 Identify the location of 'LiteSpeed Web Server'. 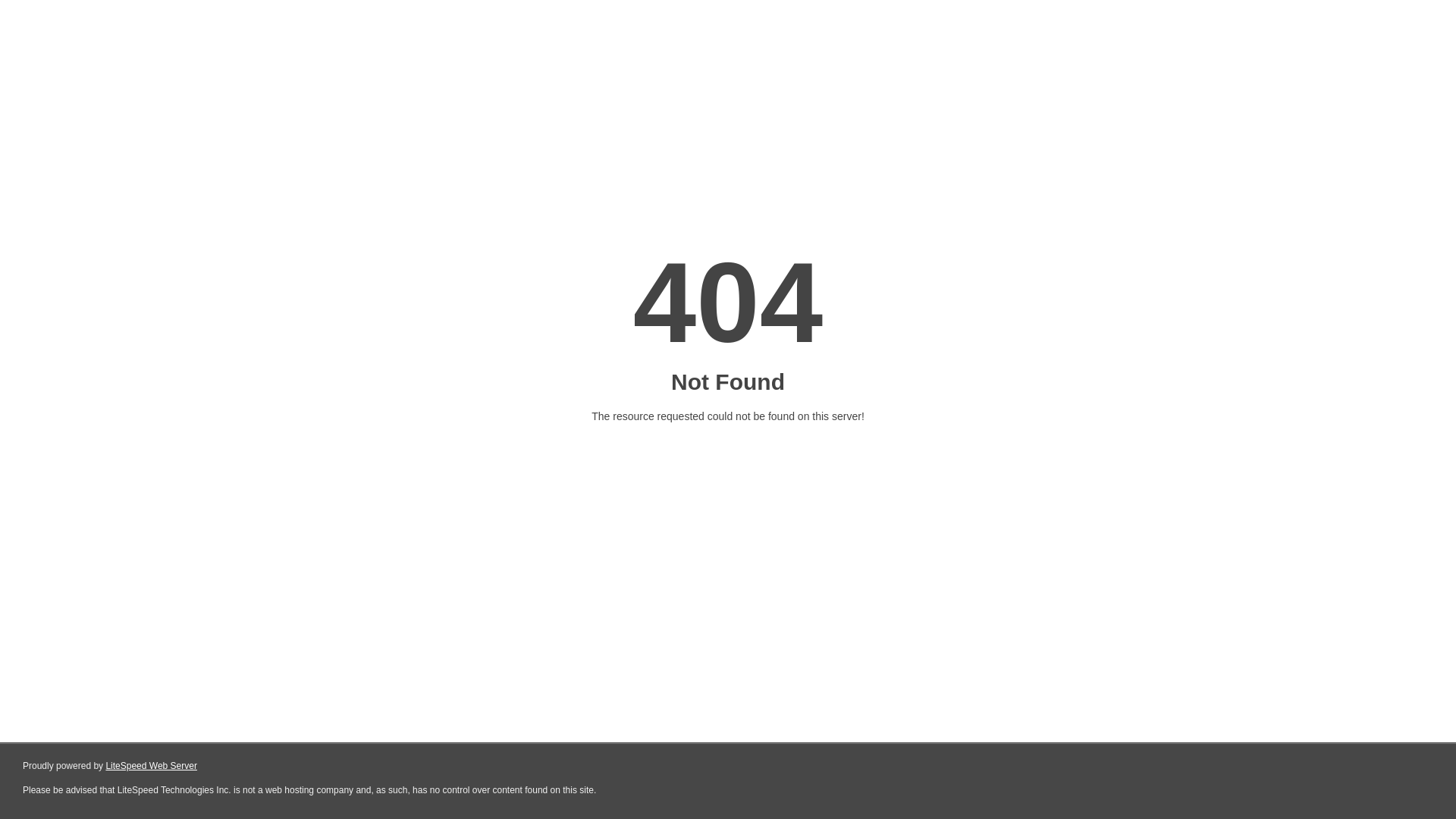
(151, 766).